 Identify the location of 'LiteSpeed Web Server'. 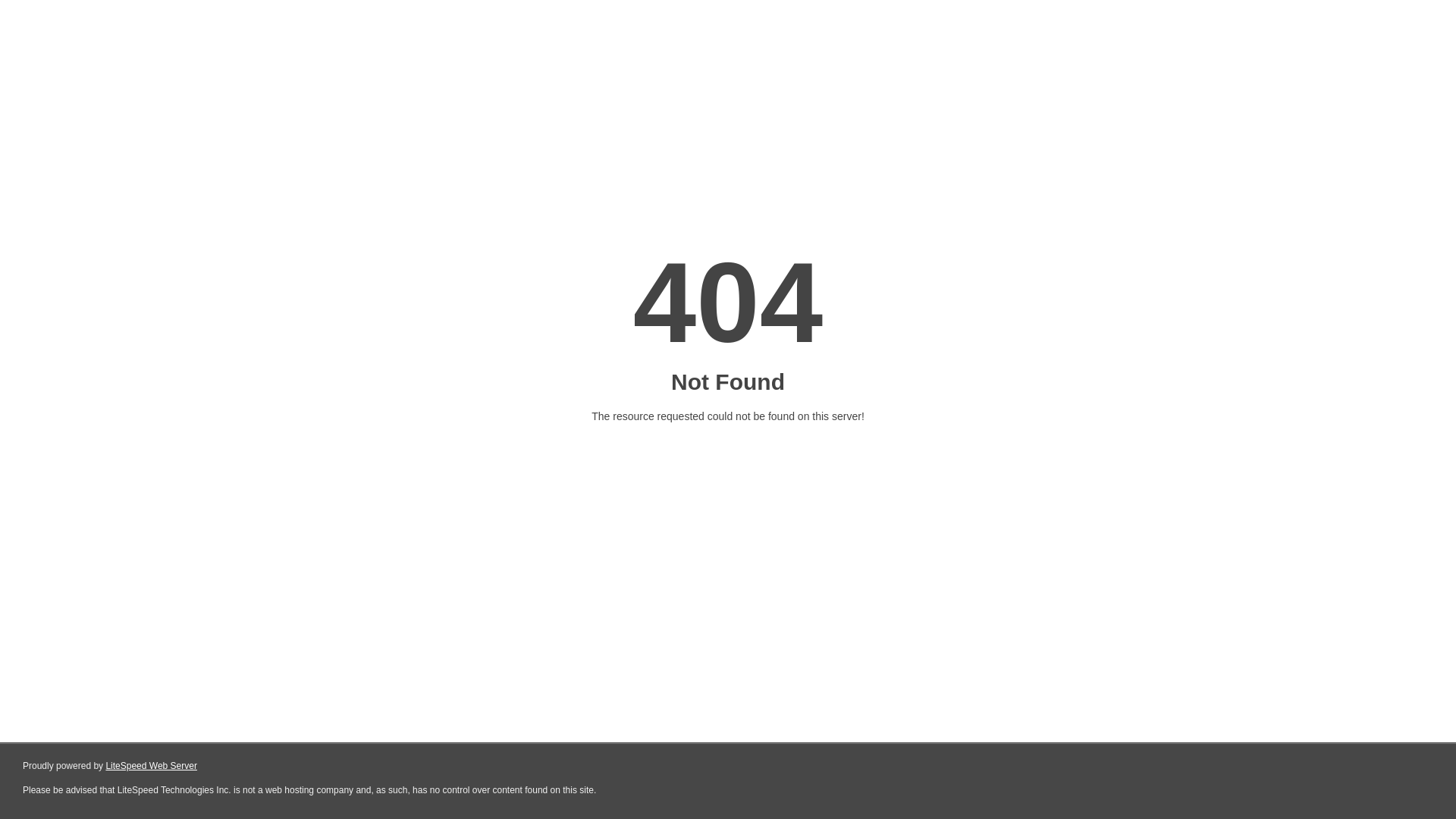
(151, 766).